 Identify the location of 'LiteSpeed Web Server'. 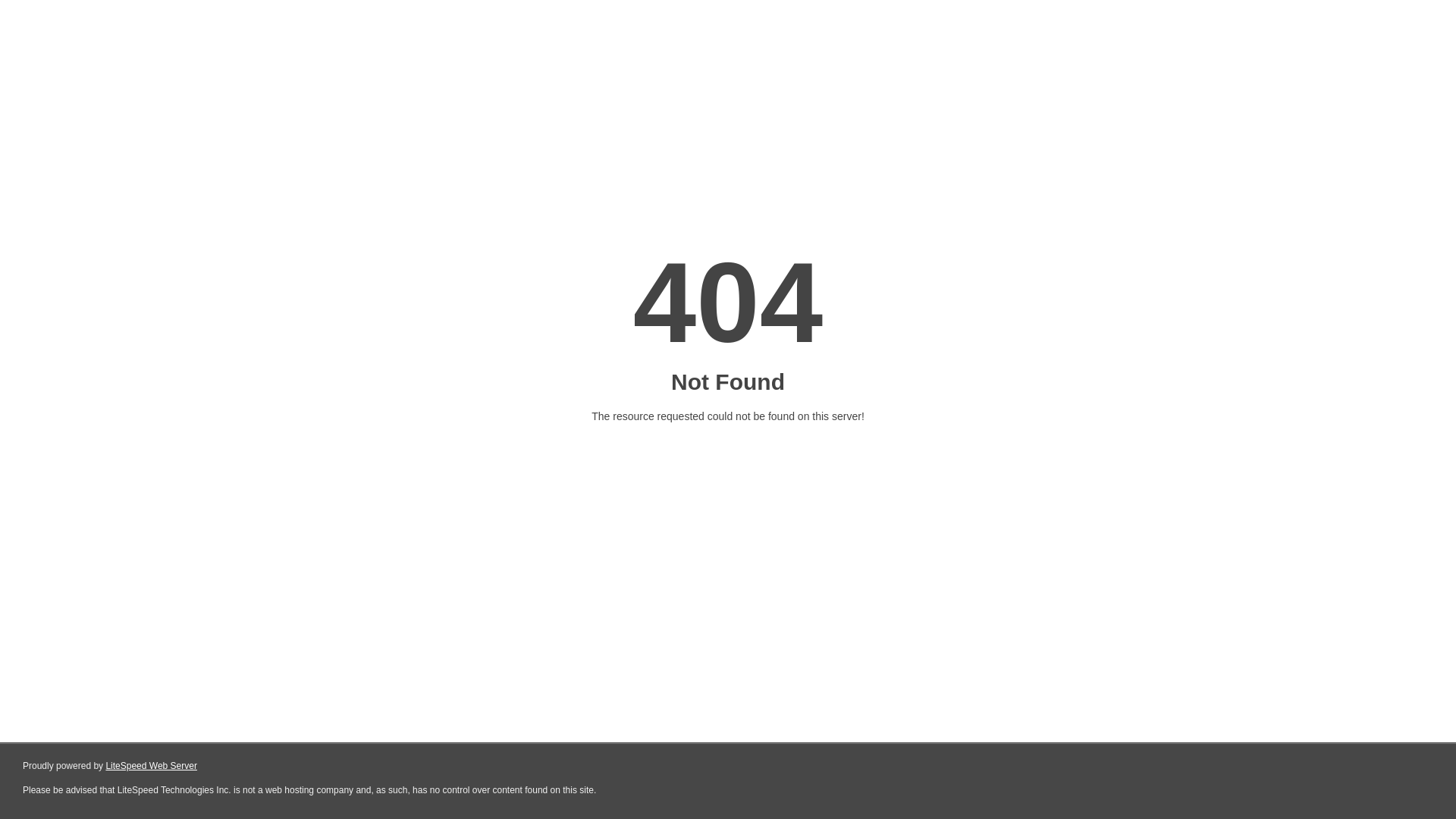
(151, 766).